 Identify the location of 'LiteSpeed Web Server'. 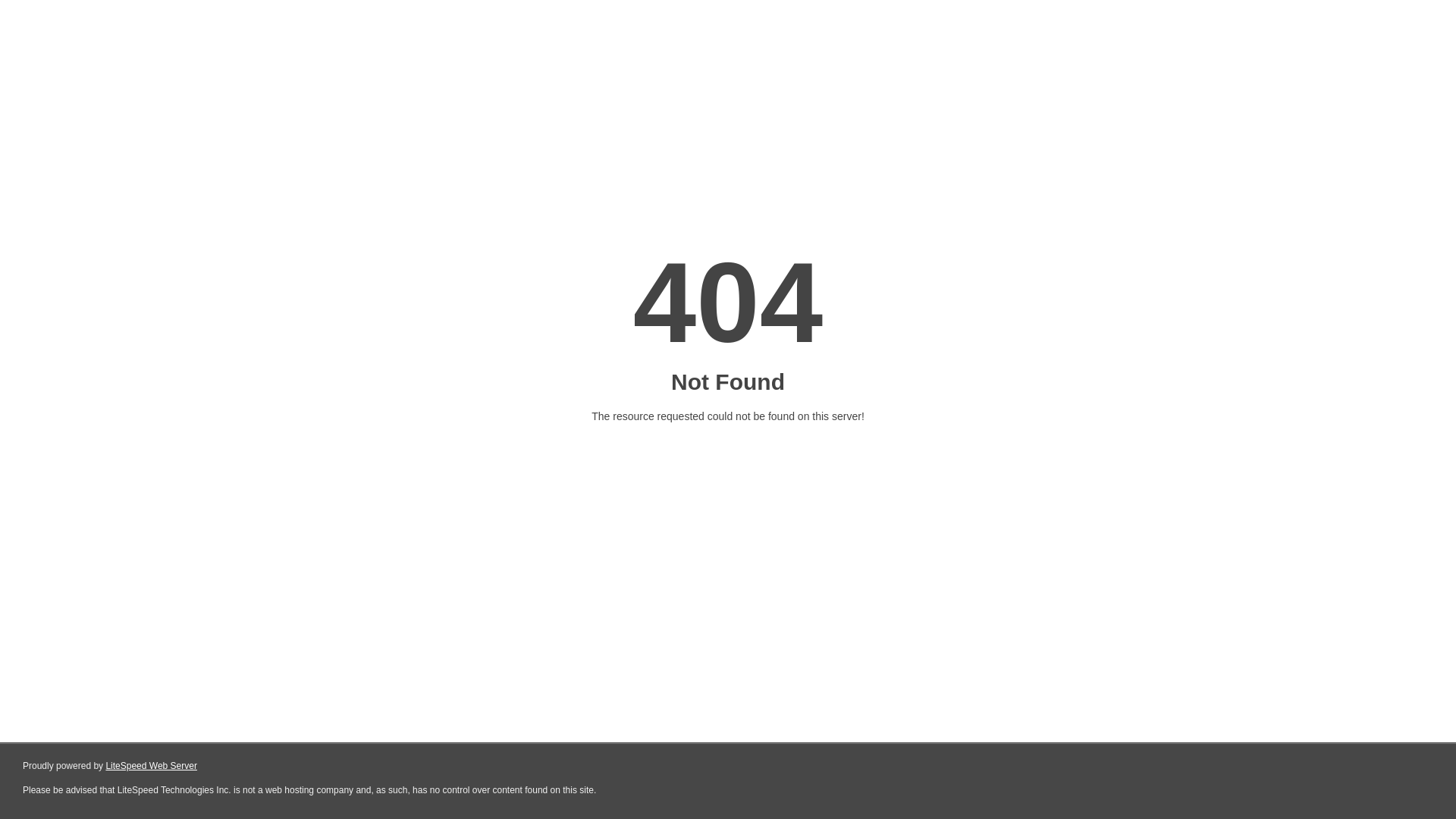
(151, 766).